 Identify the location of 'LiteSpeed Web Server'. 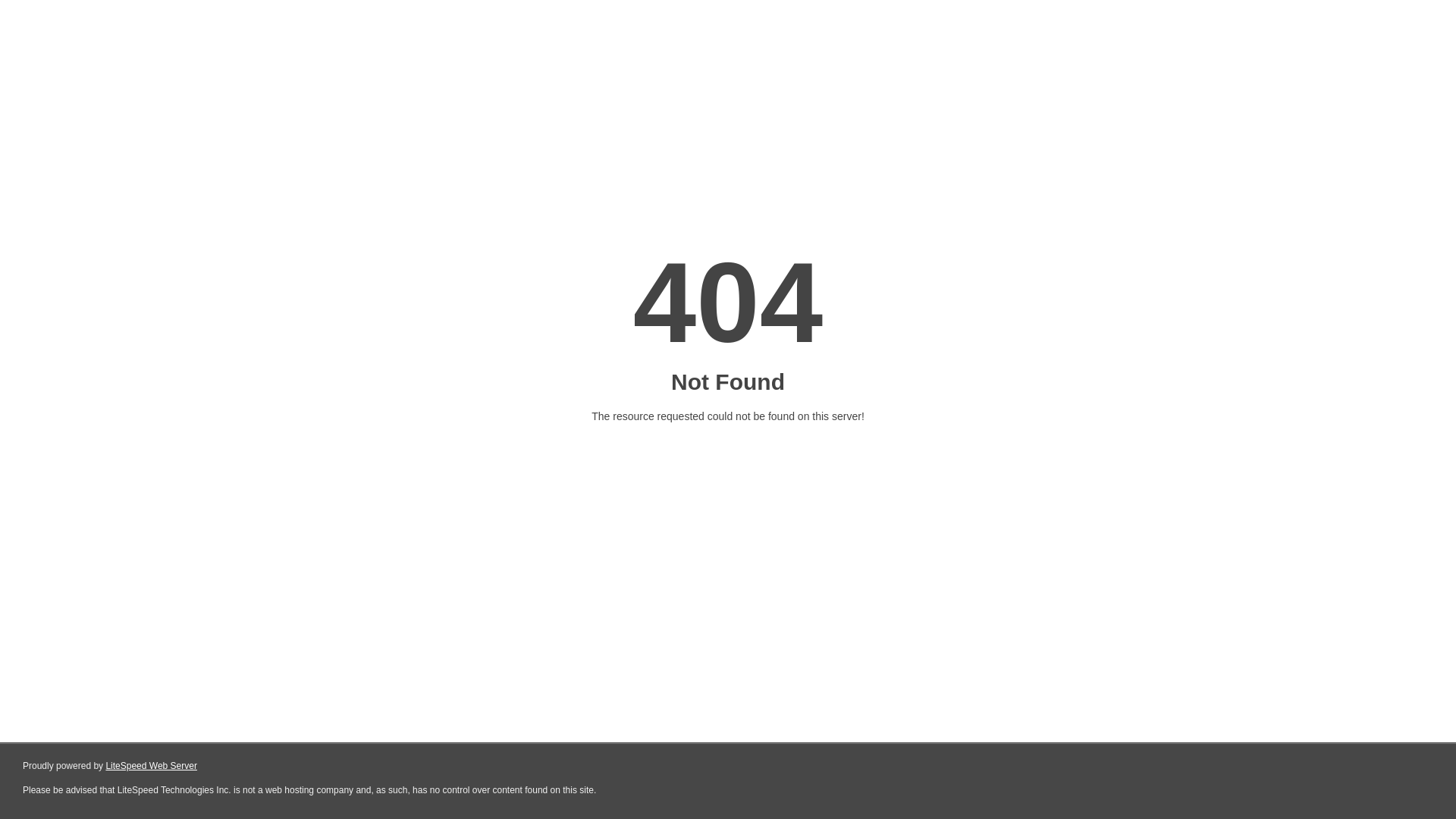
(151, 766).